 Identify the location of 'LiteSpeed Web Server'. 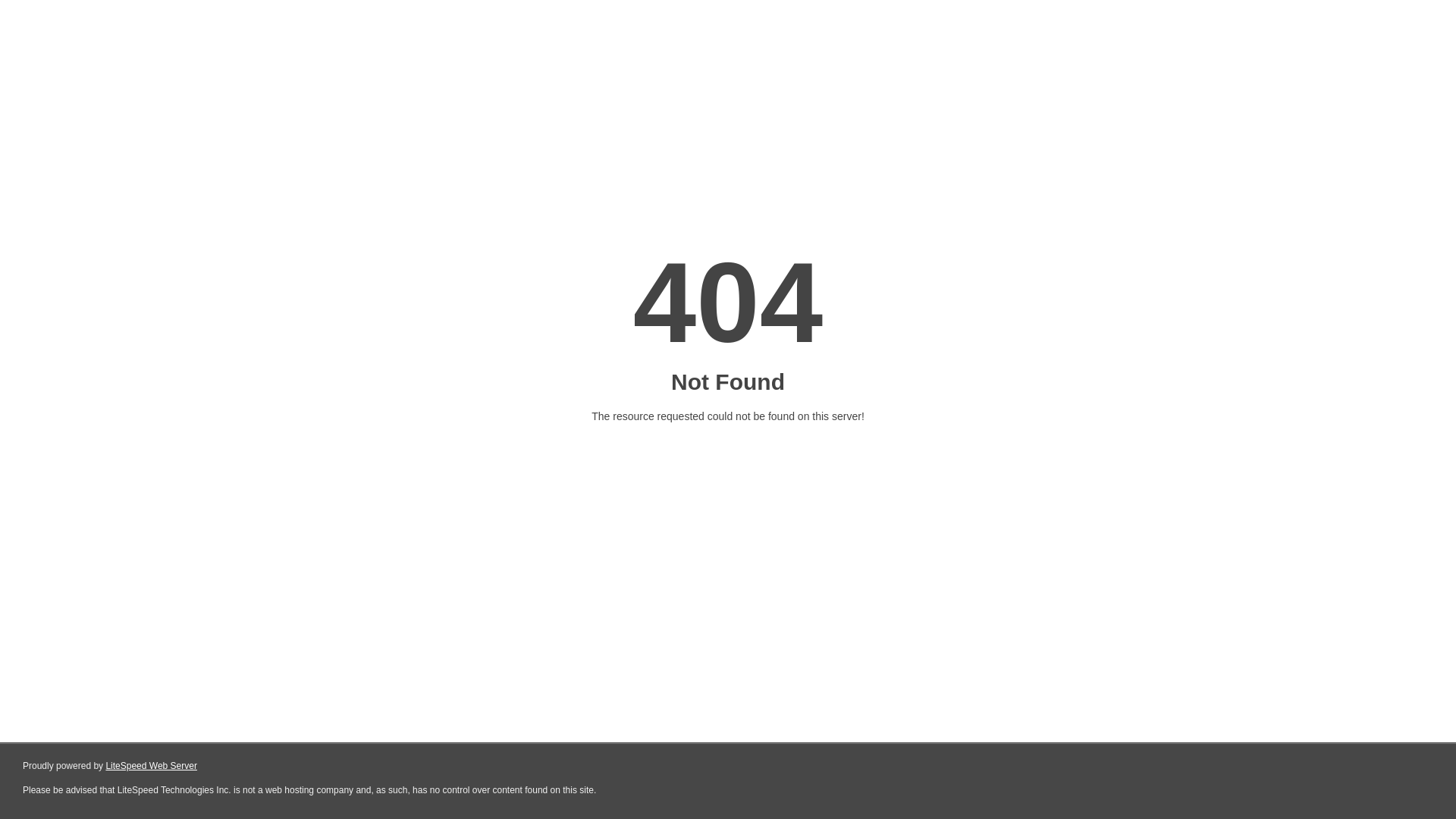
(151, 766).